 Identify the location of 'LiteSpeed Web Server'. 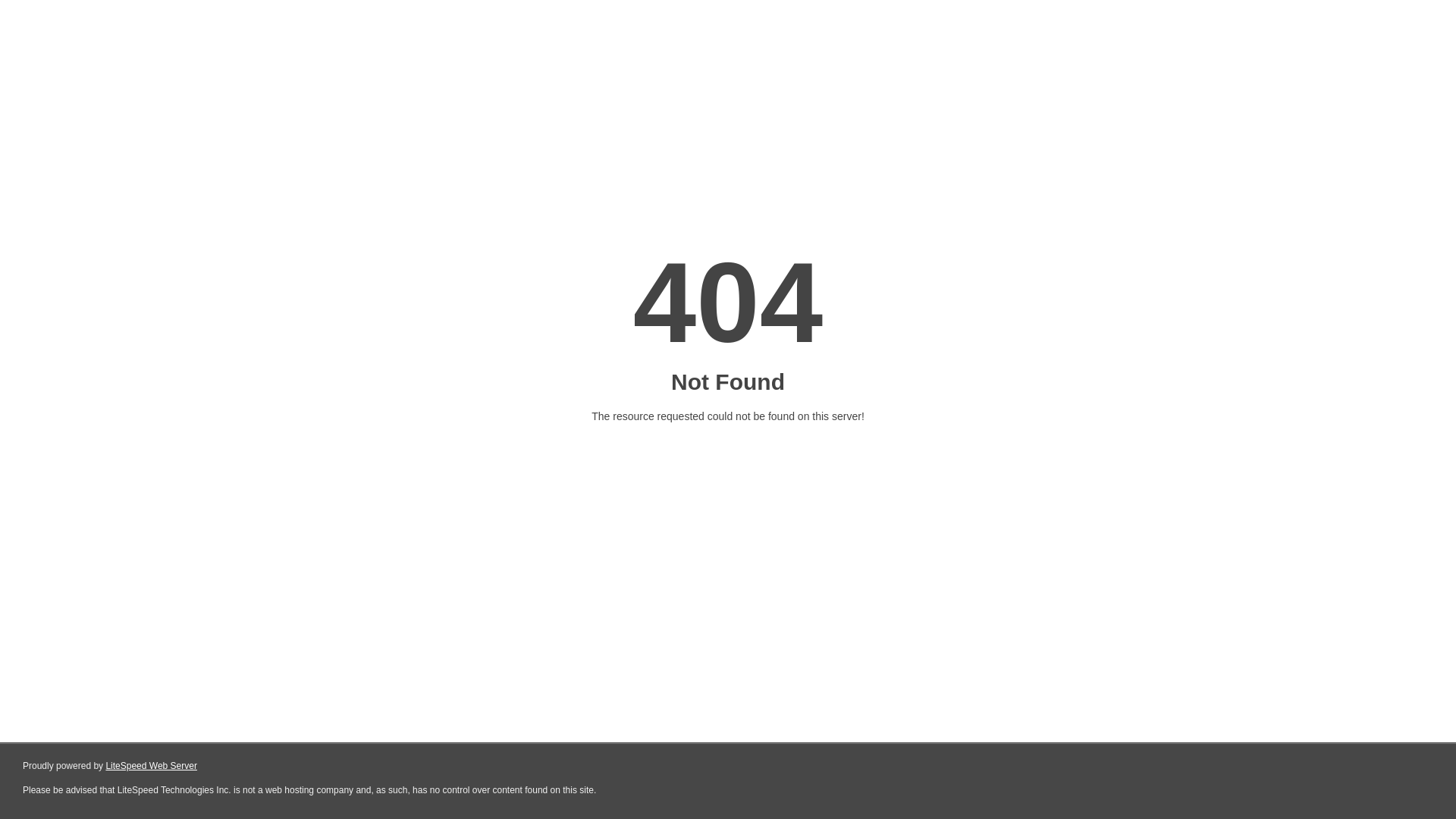
(151, 766).